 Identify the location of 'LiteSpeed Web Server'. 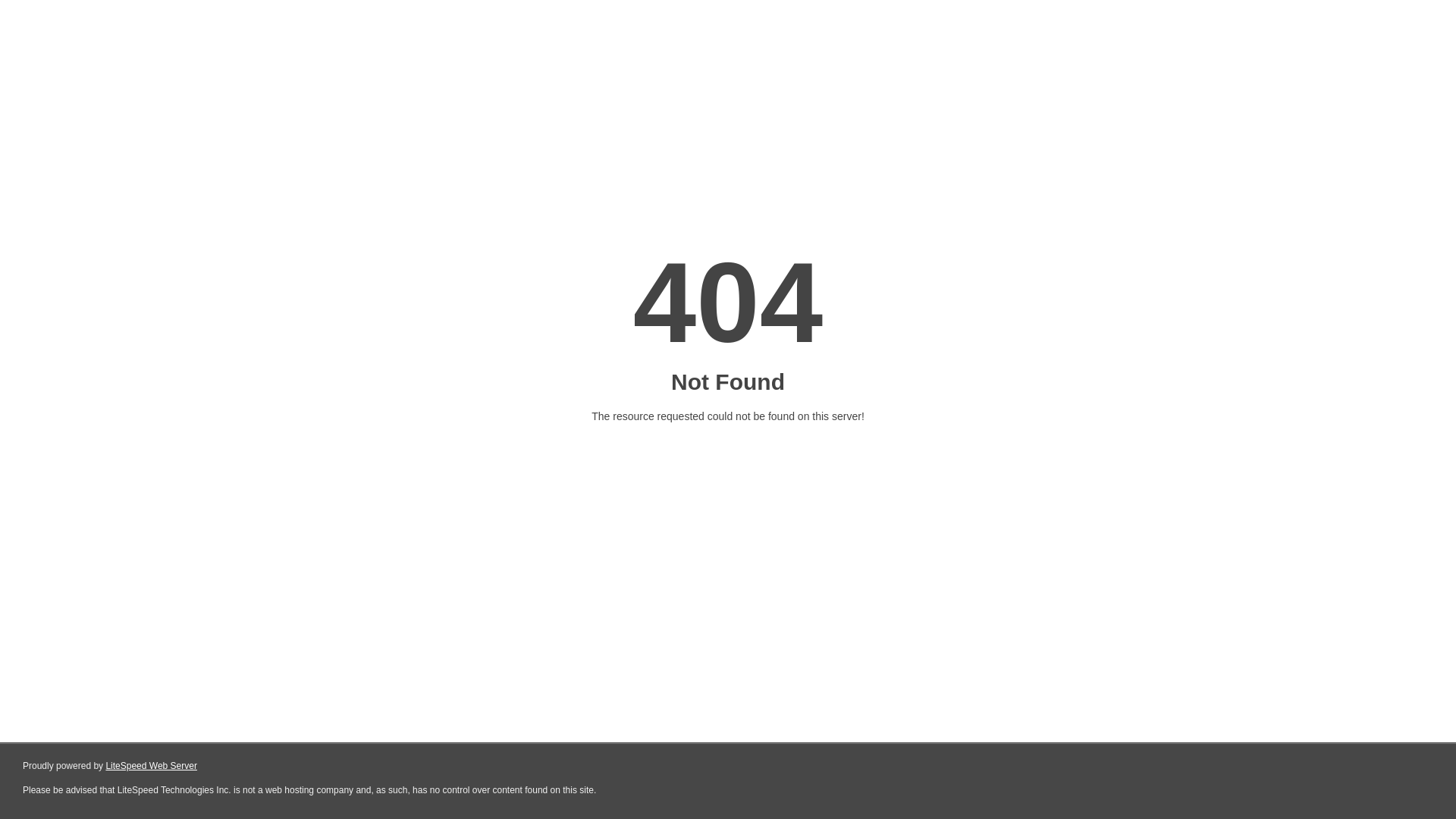
(151, 766).